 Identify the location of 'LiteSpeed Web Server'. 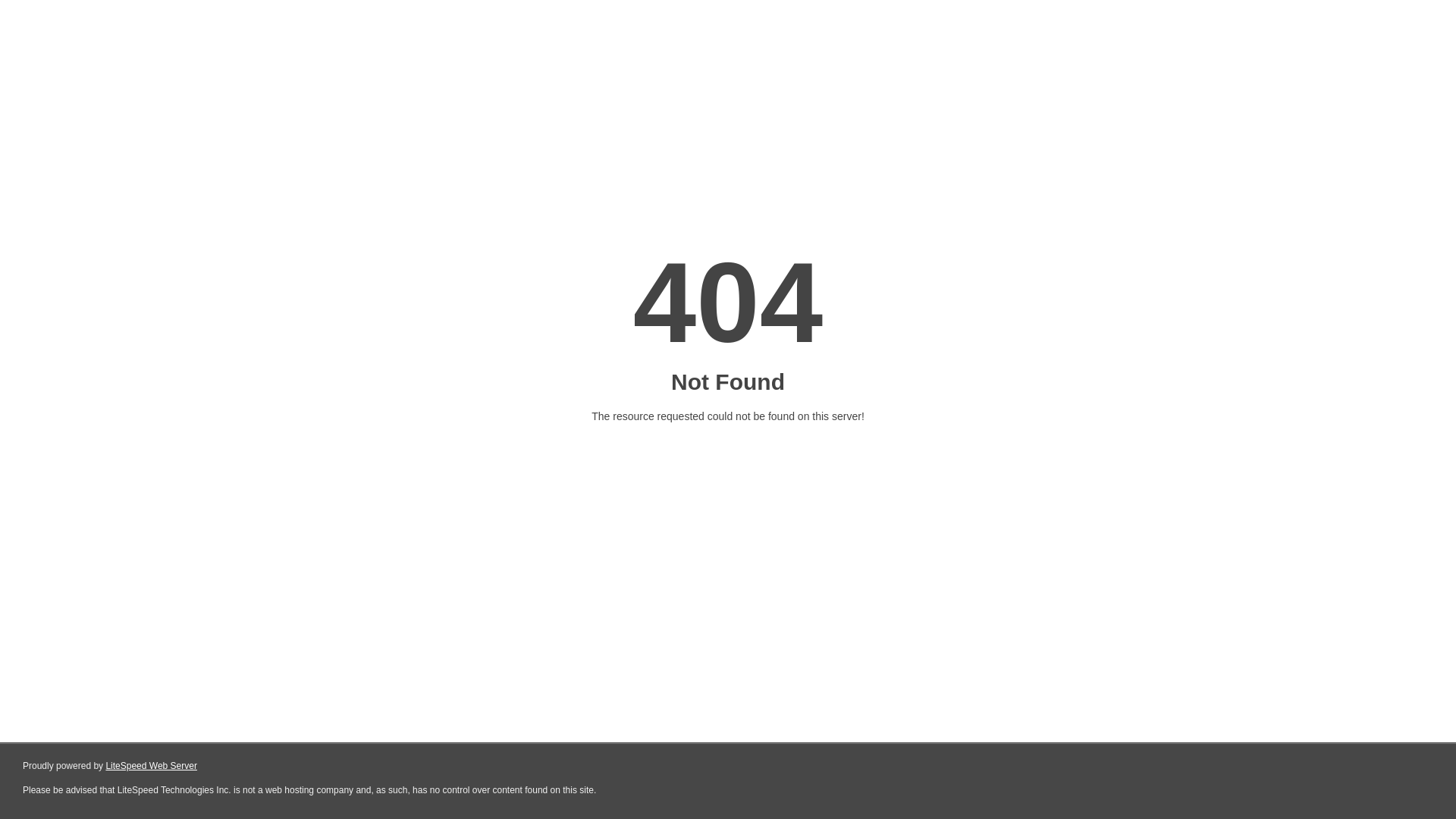
(151, 766).